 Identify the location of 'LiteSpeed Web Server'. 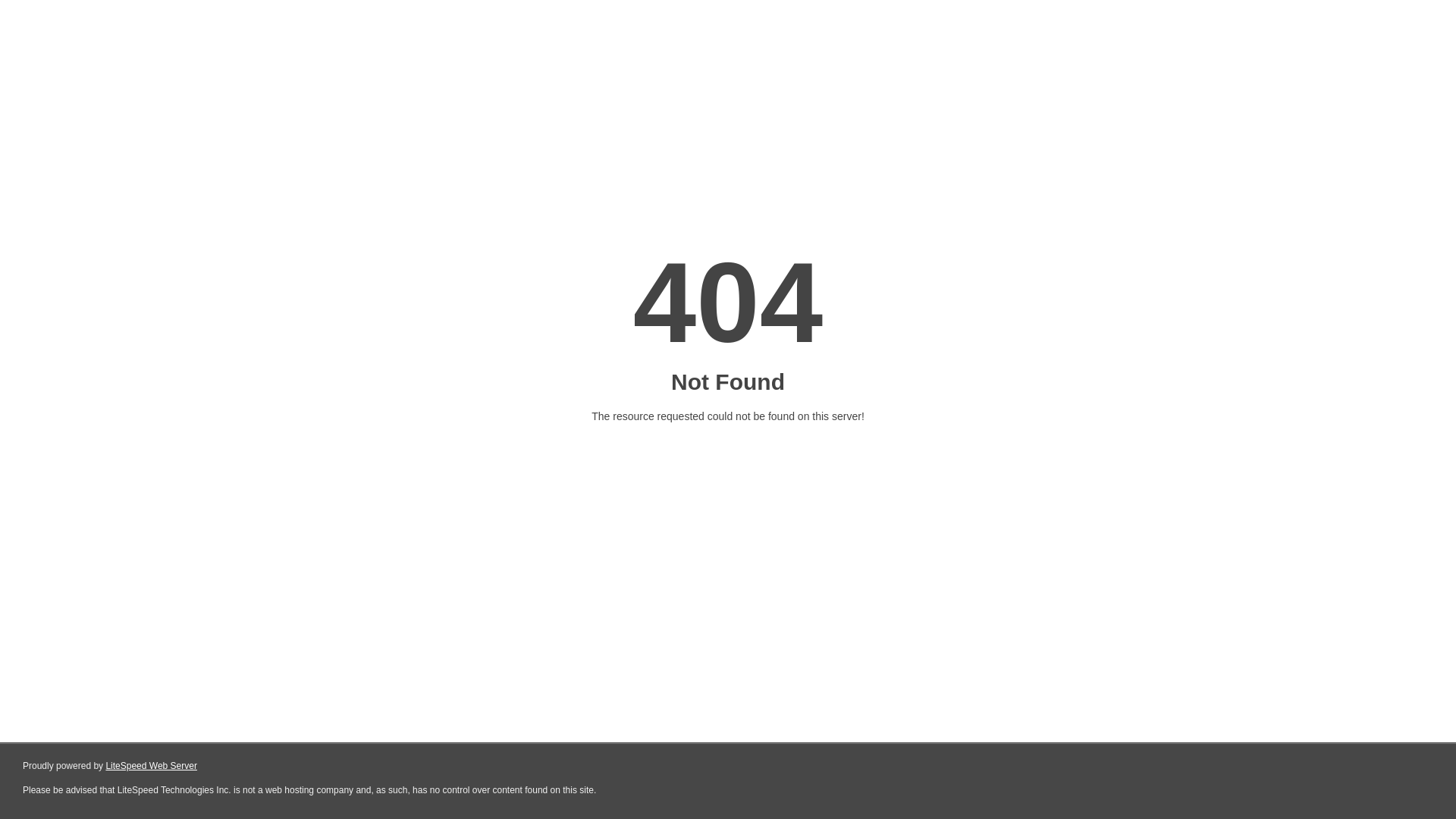
(151, 766).